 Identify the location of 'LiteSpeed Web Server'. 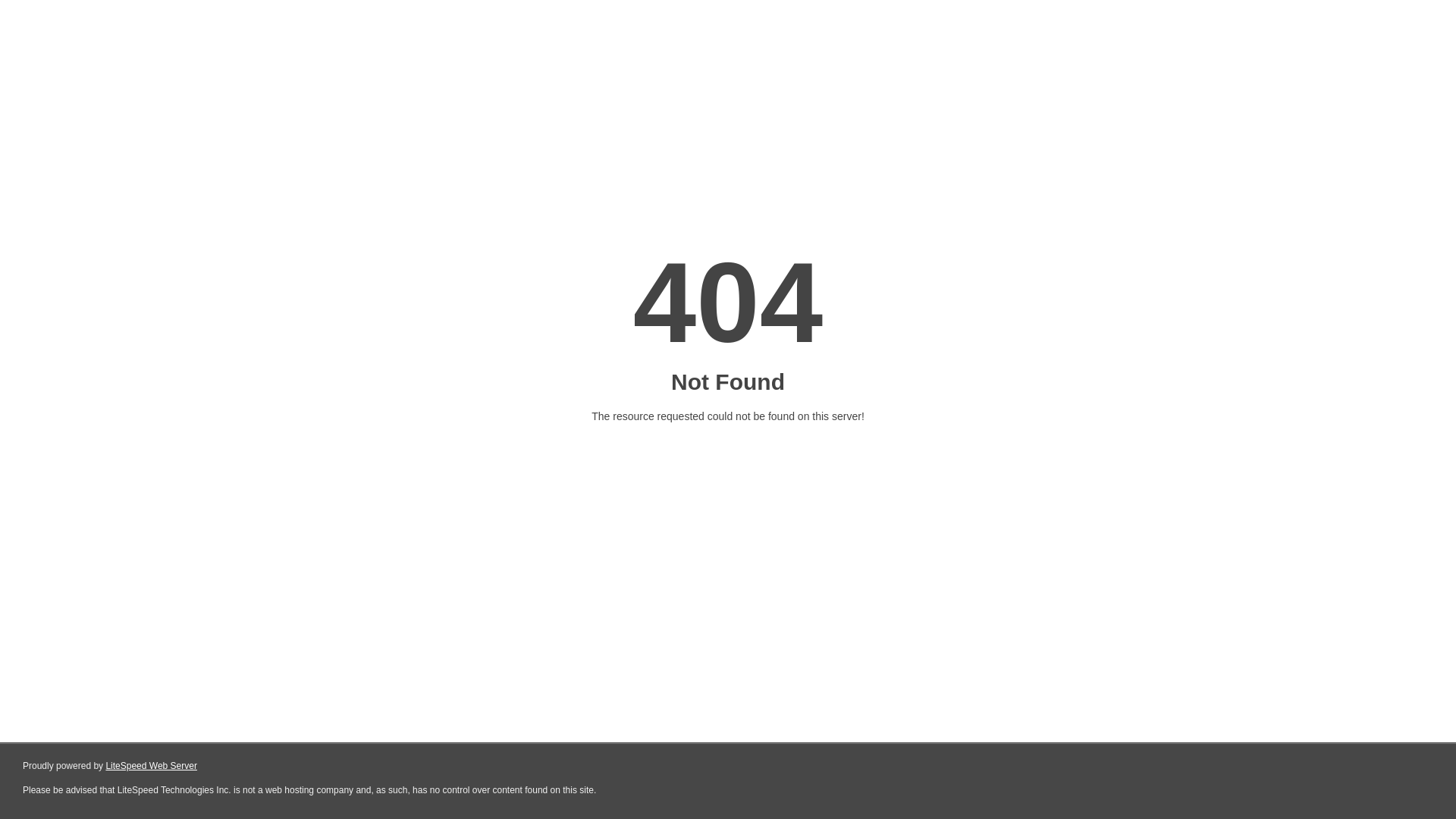
(151, 766).